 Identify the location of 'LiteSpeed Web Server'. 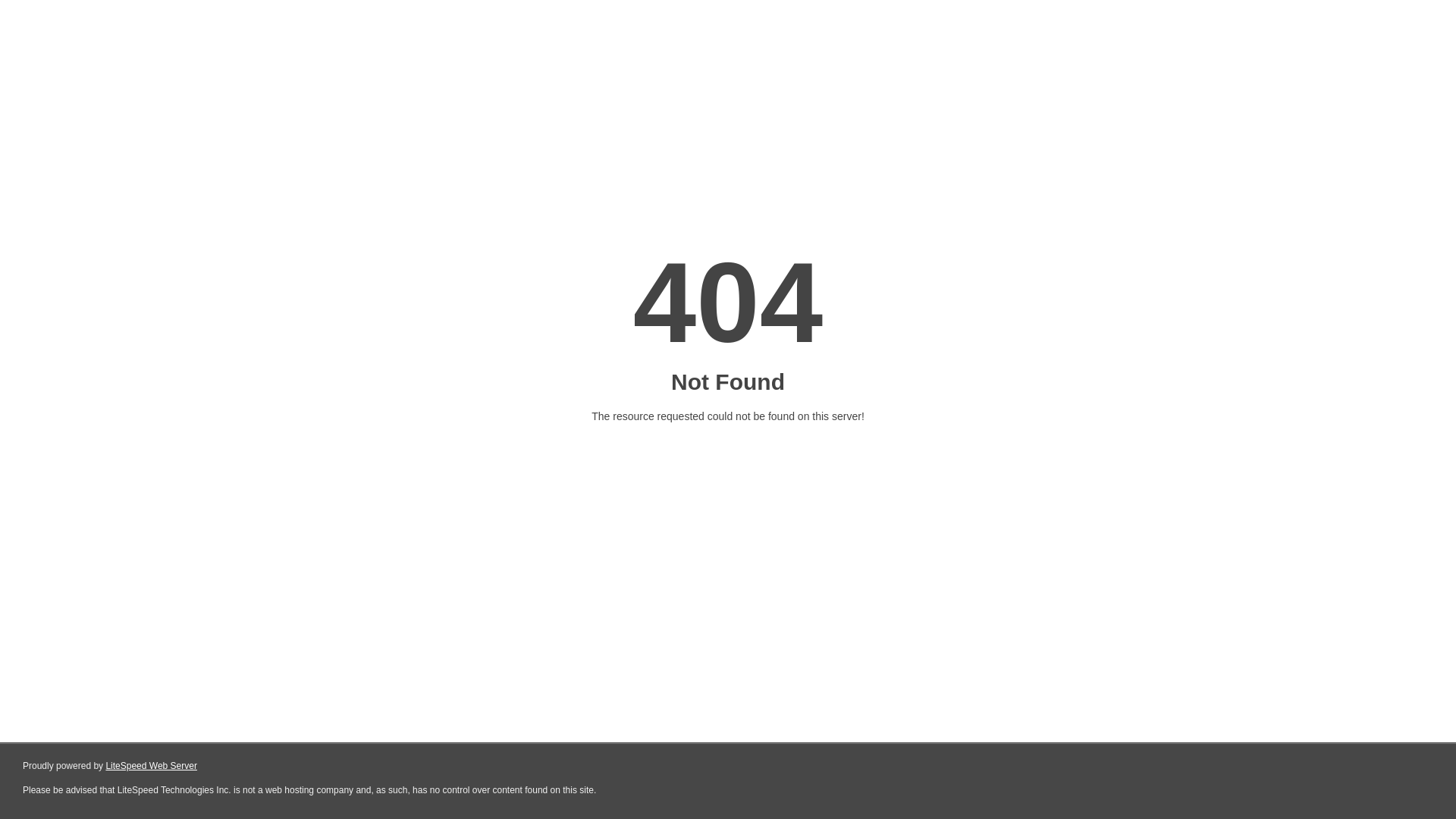
(151, 766).